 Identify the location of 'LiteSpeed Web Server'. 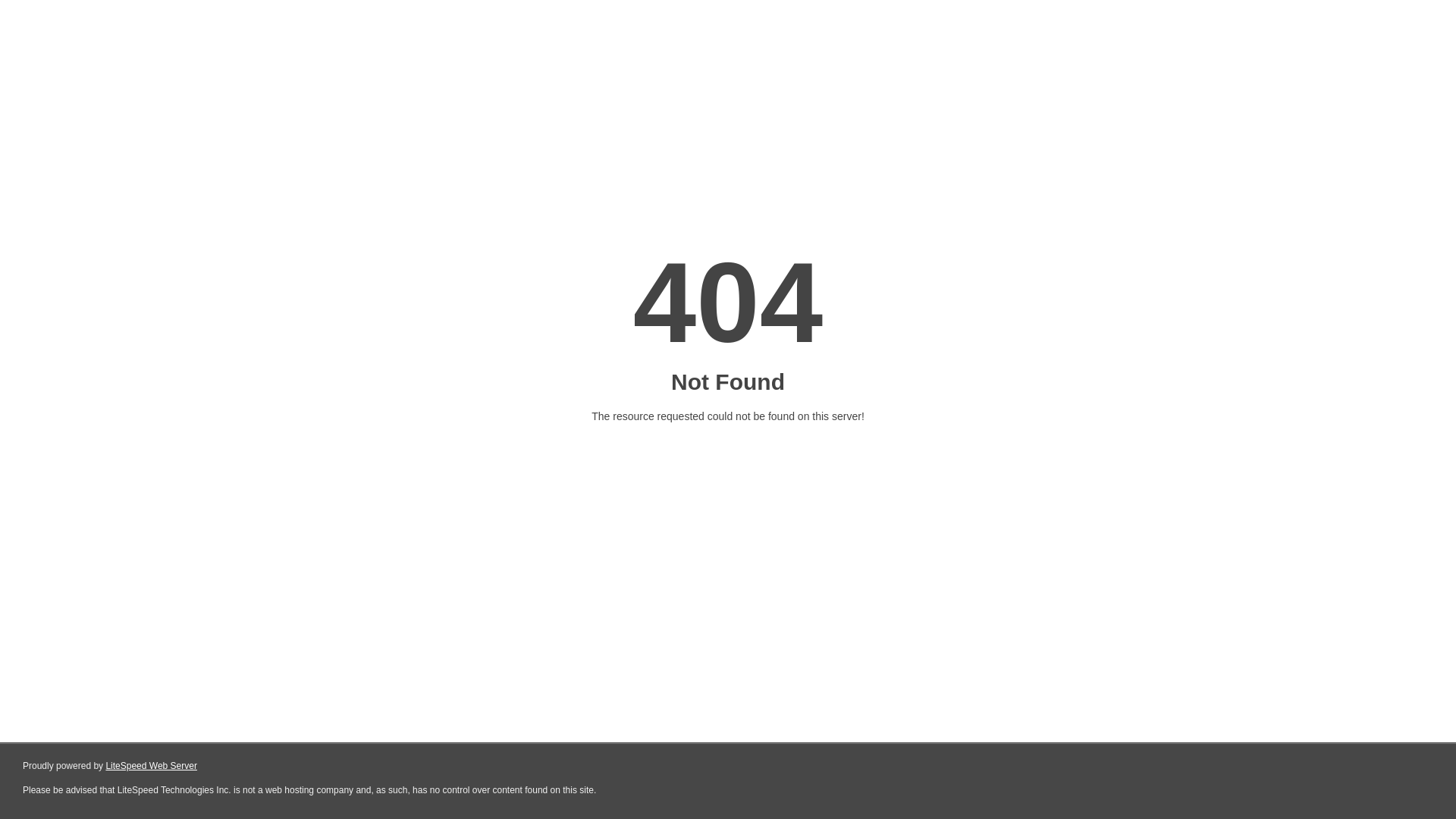
(151, 766).